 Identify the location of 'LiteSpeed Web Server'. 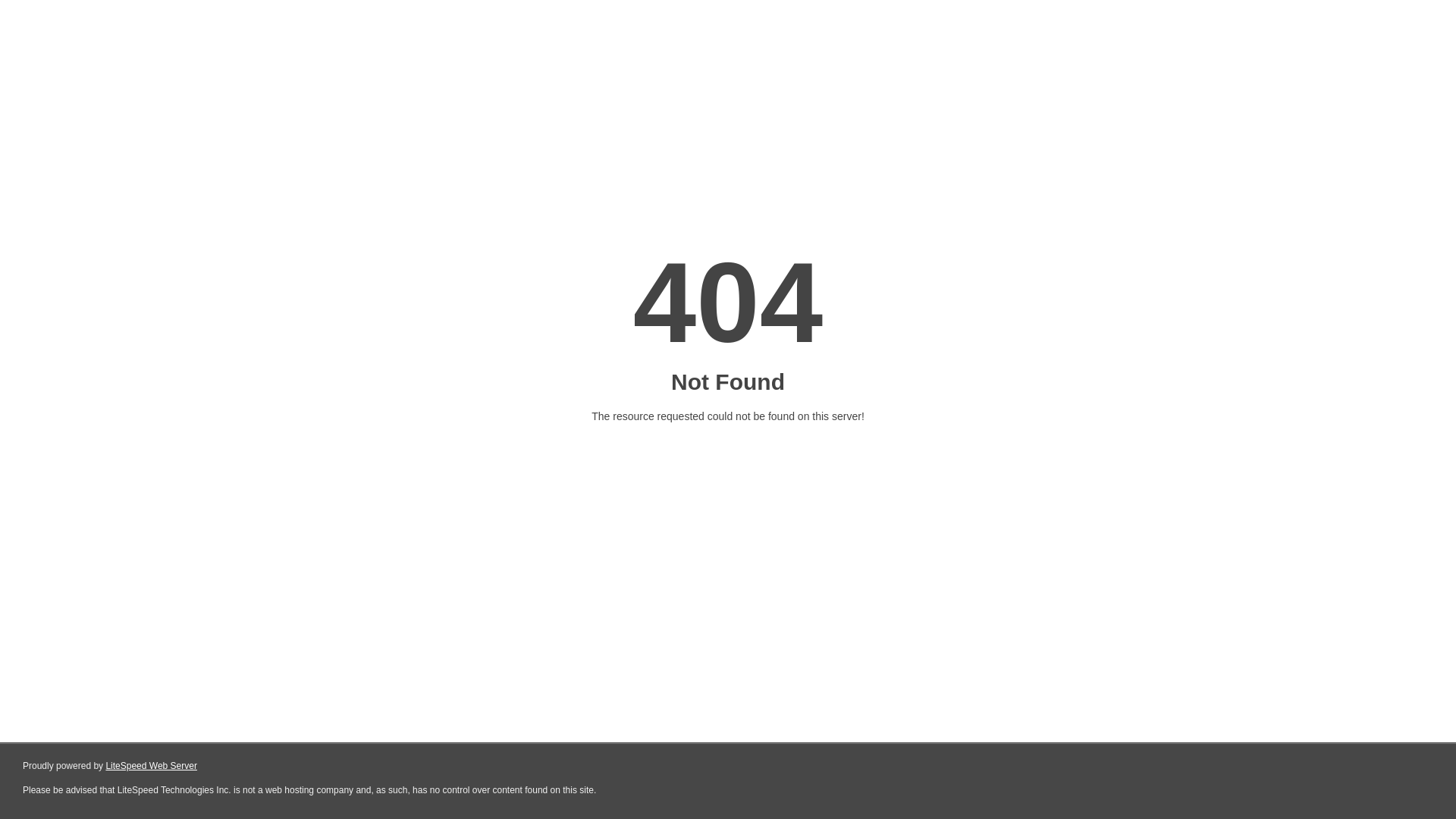
(151, 766).